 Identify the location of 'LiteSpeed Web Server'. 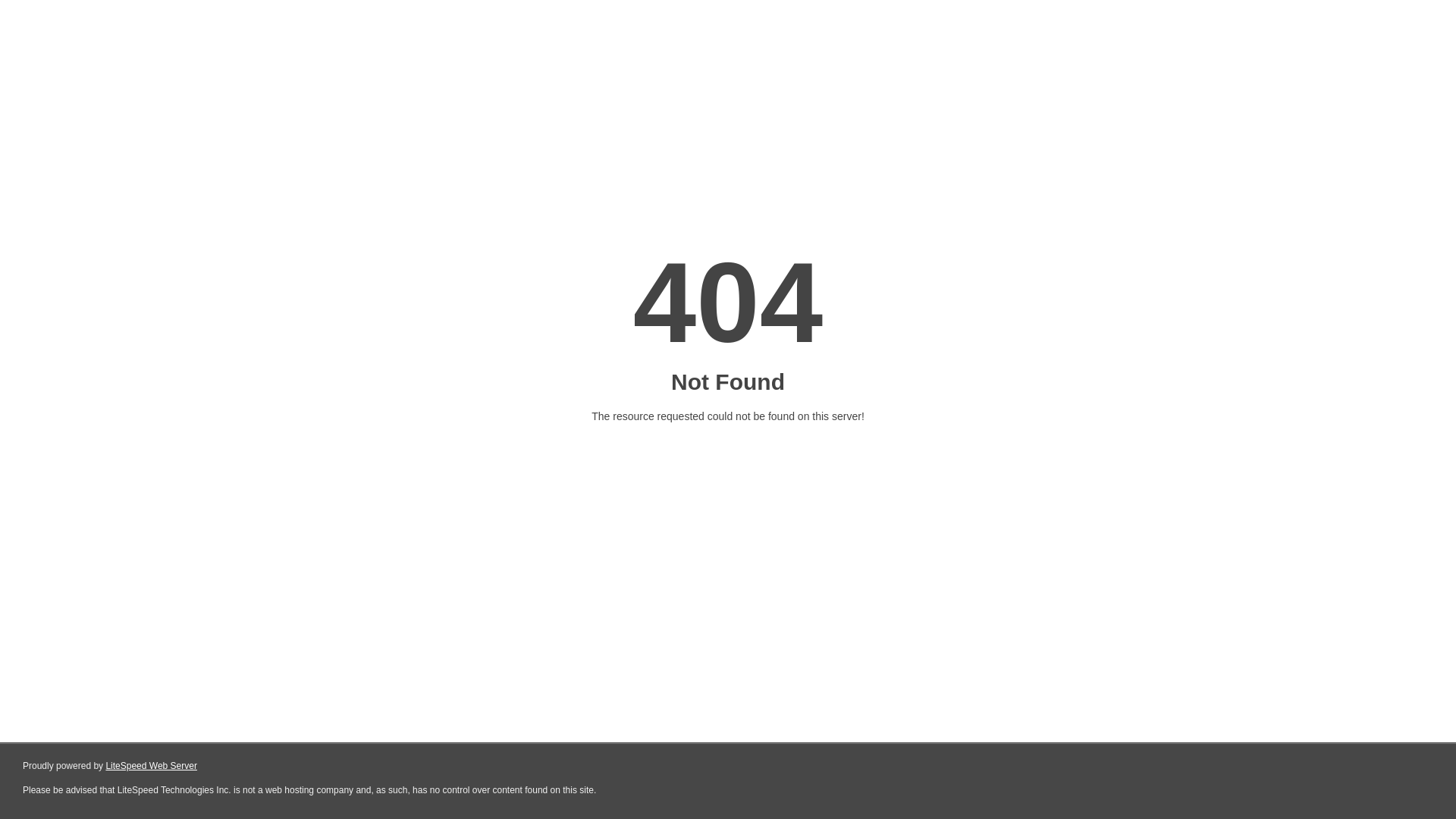
(151, 766).